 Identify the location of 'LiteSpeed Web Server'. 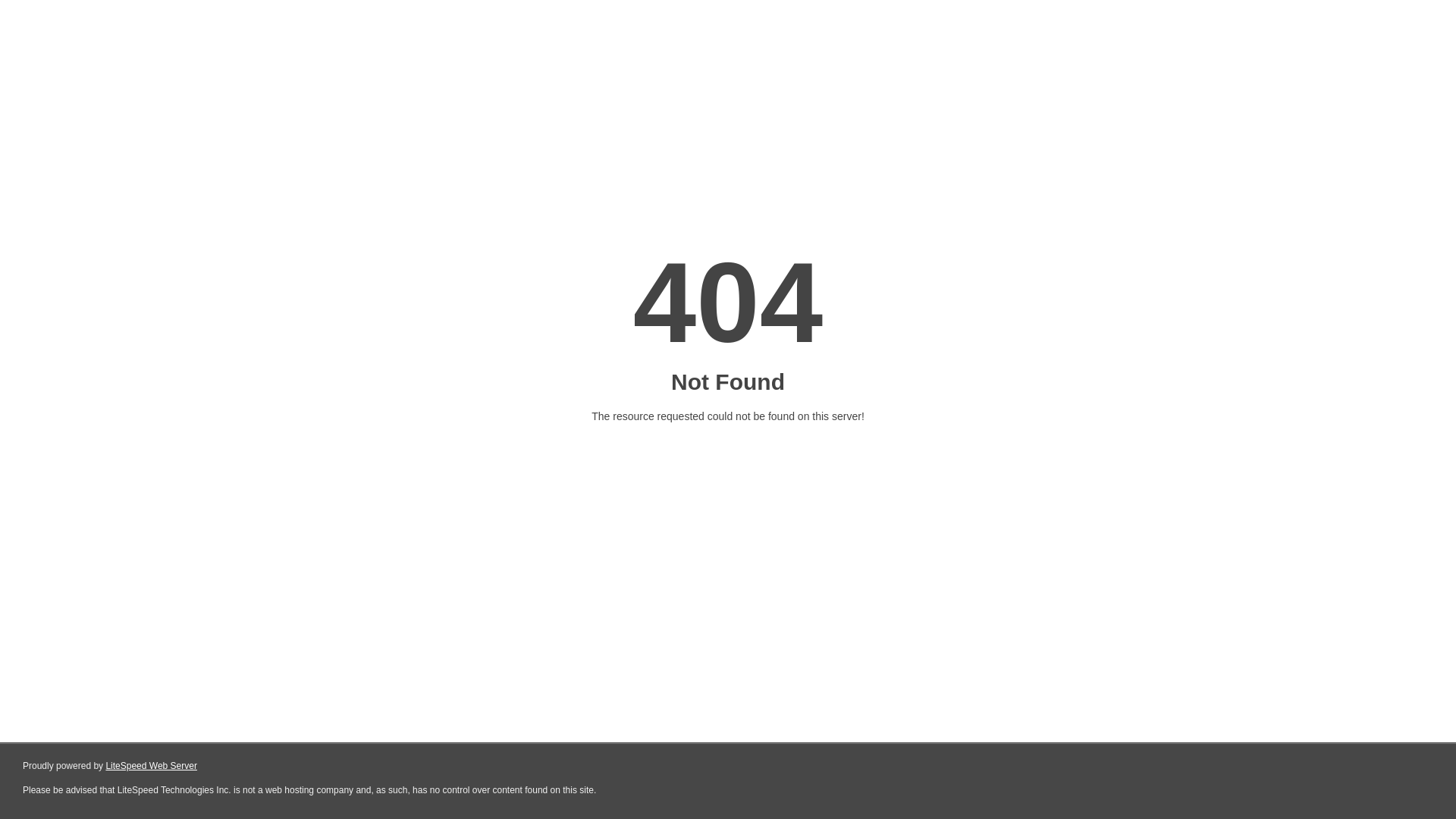
(151, 766).